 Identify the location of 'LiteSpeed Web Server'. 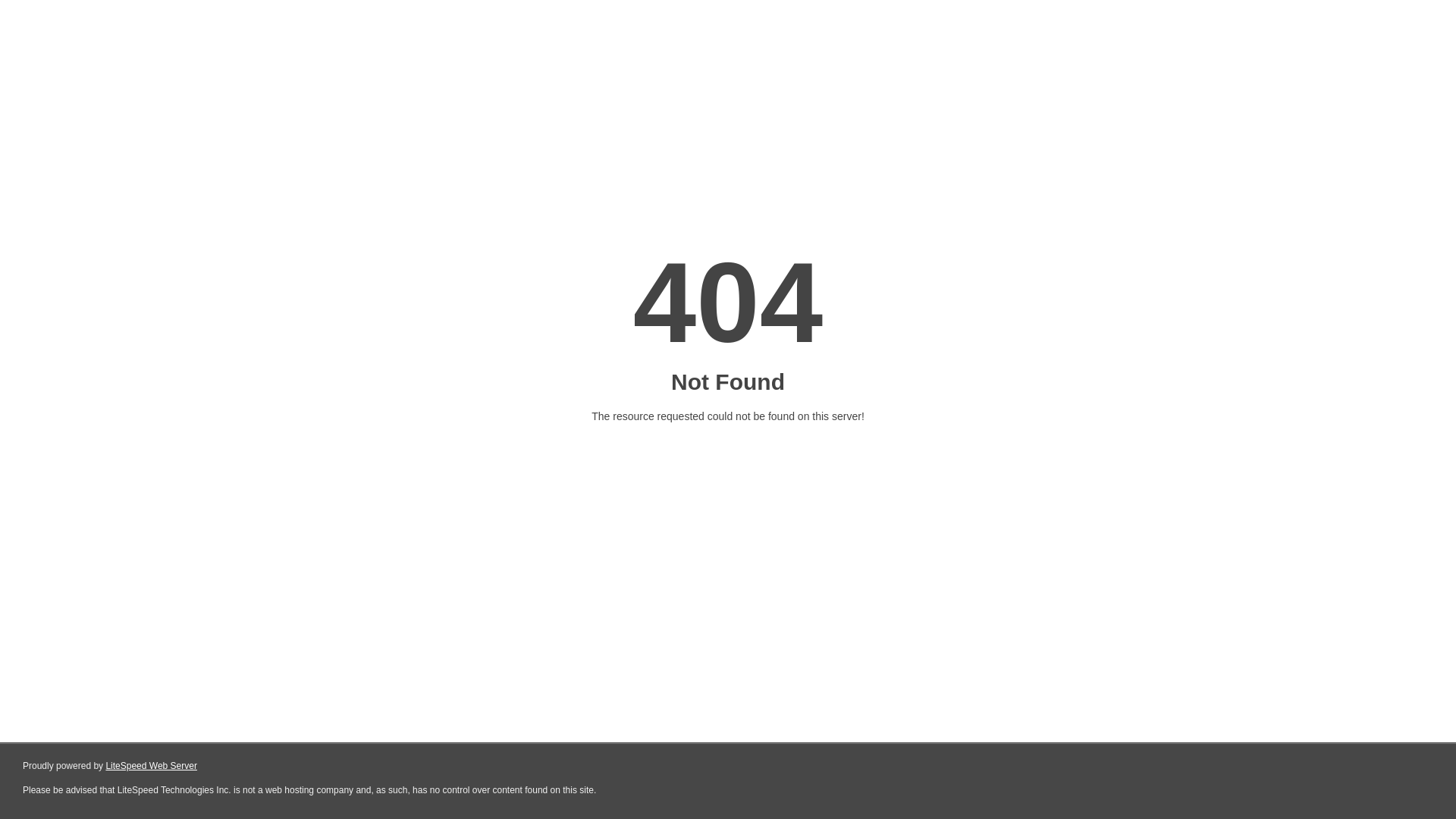
(151, 766).